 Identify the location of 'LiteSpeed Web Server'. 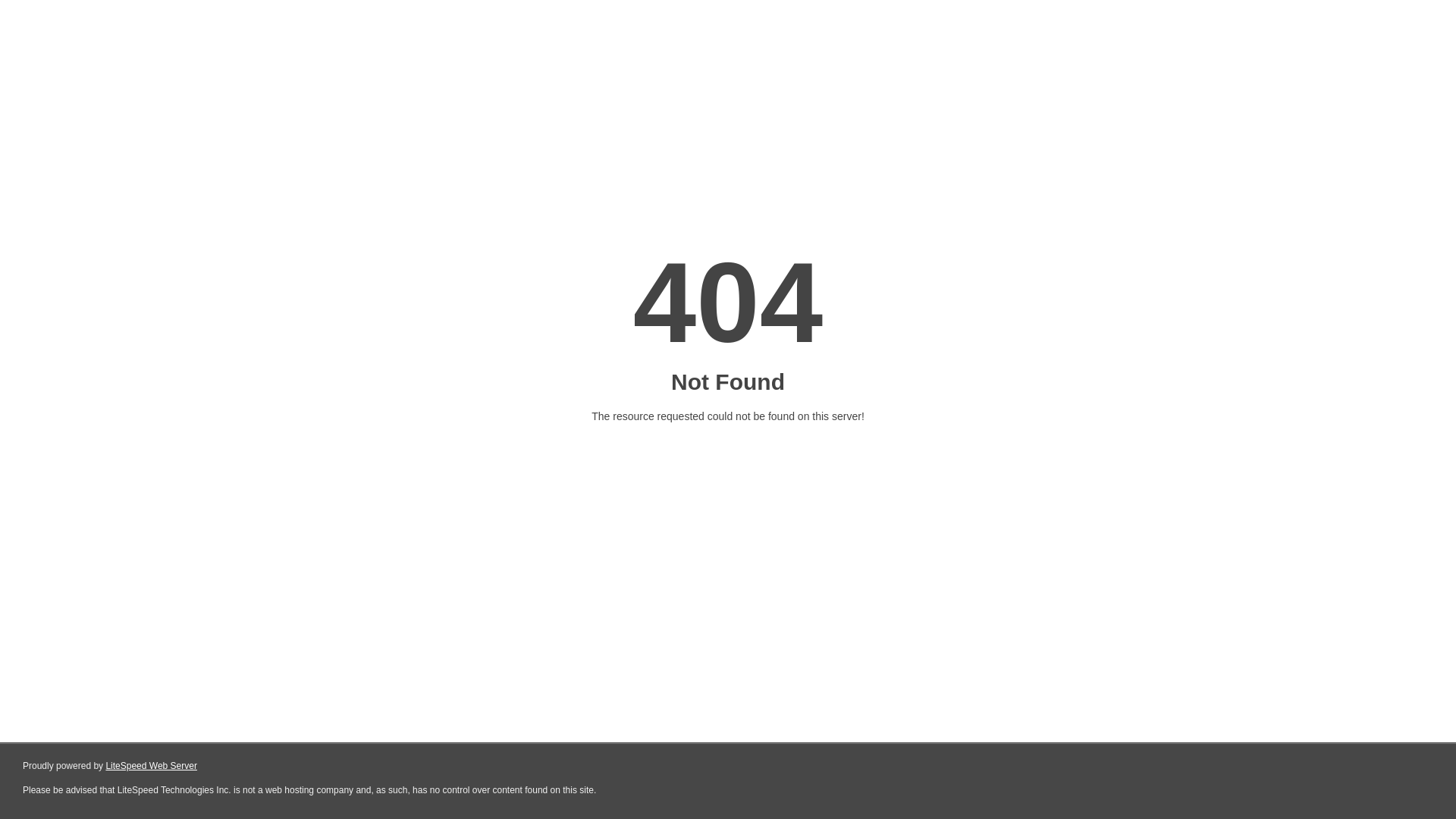
(151, 766).